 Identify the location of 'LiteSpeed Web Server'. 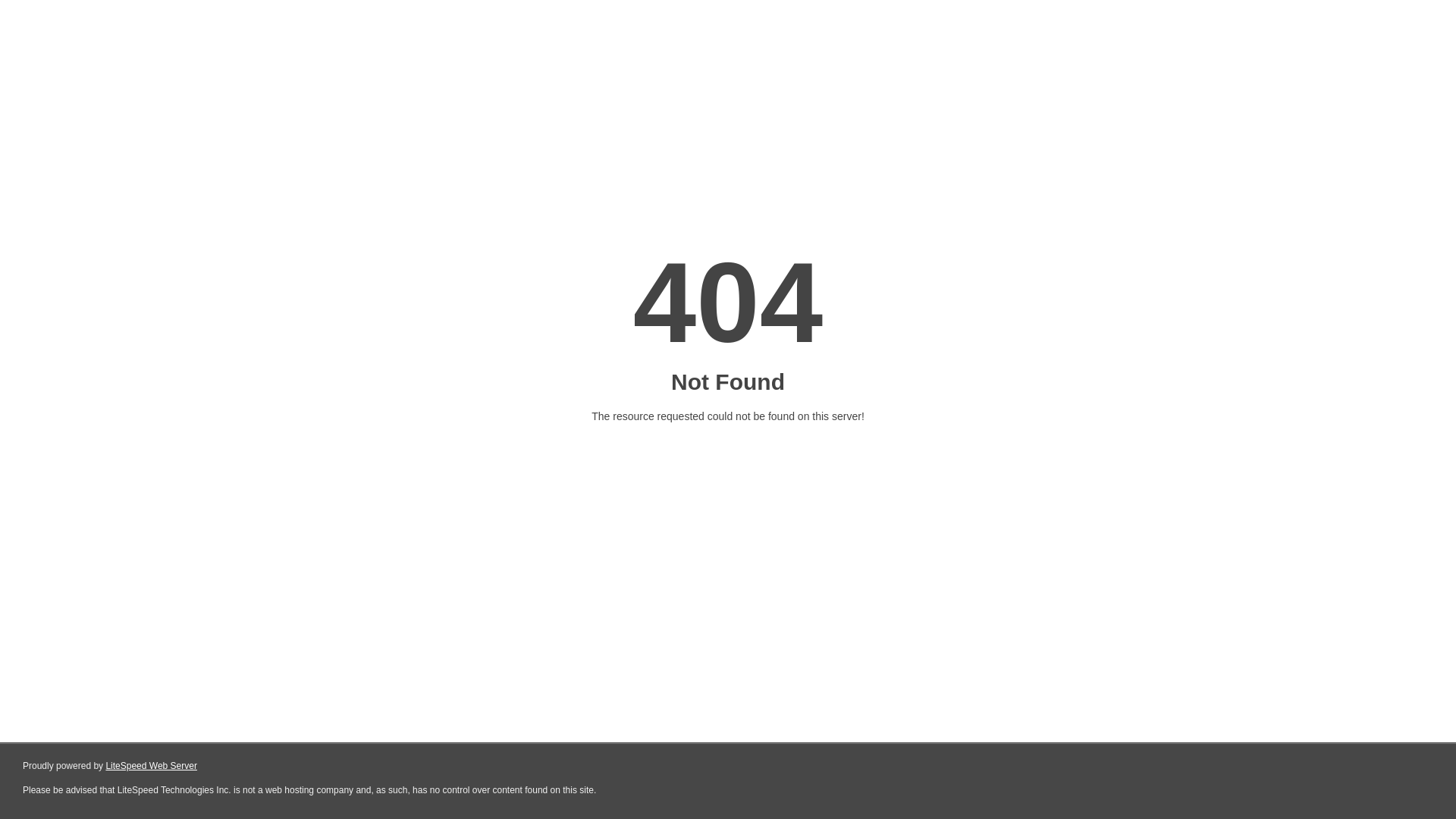
(151, 766).